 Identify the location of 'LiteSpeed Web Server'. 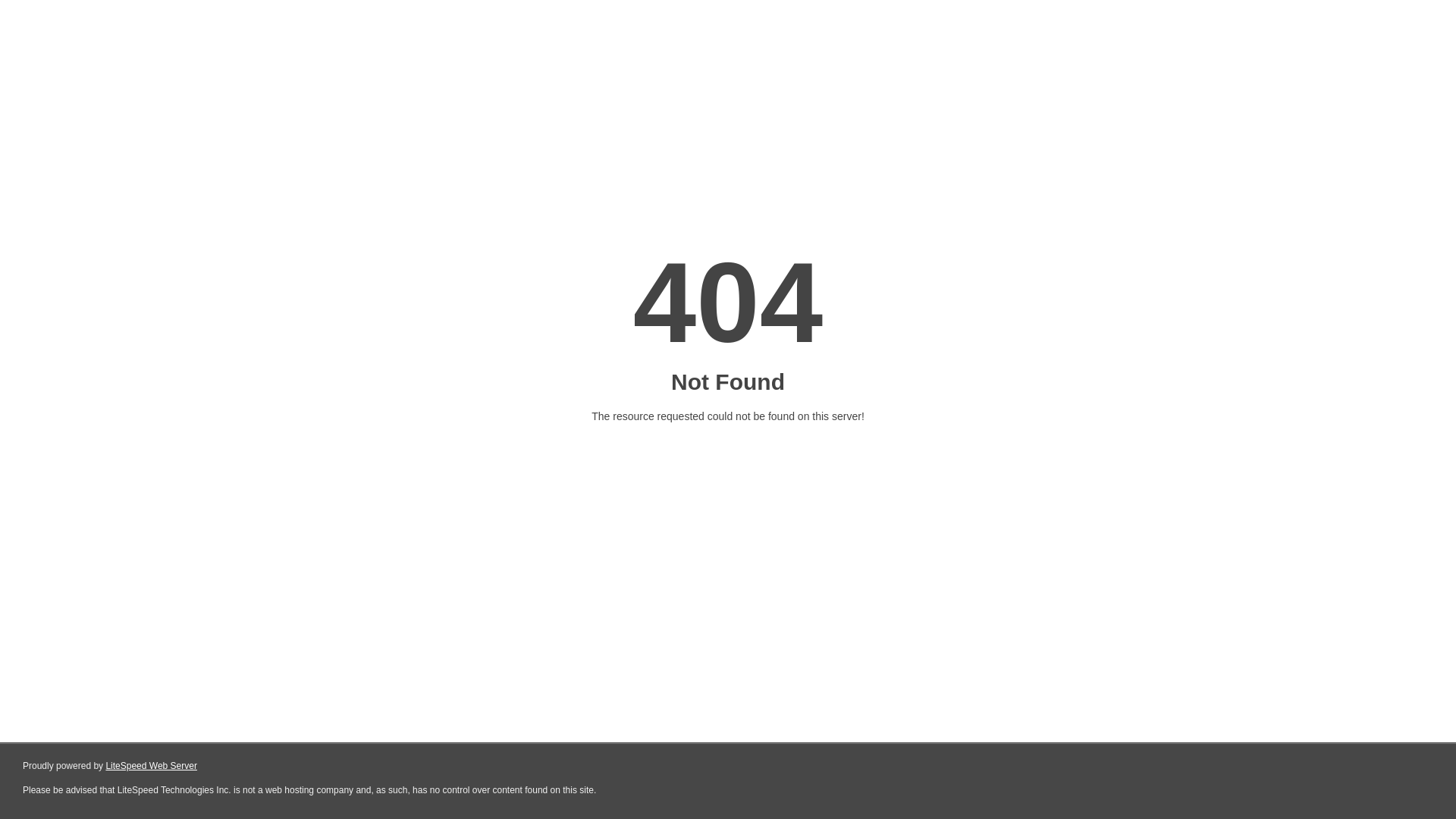
(151, 766).